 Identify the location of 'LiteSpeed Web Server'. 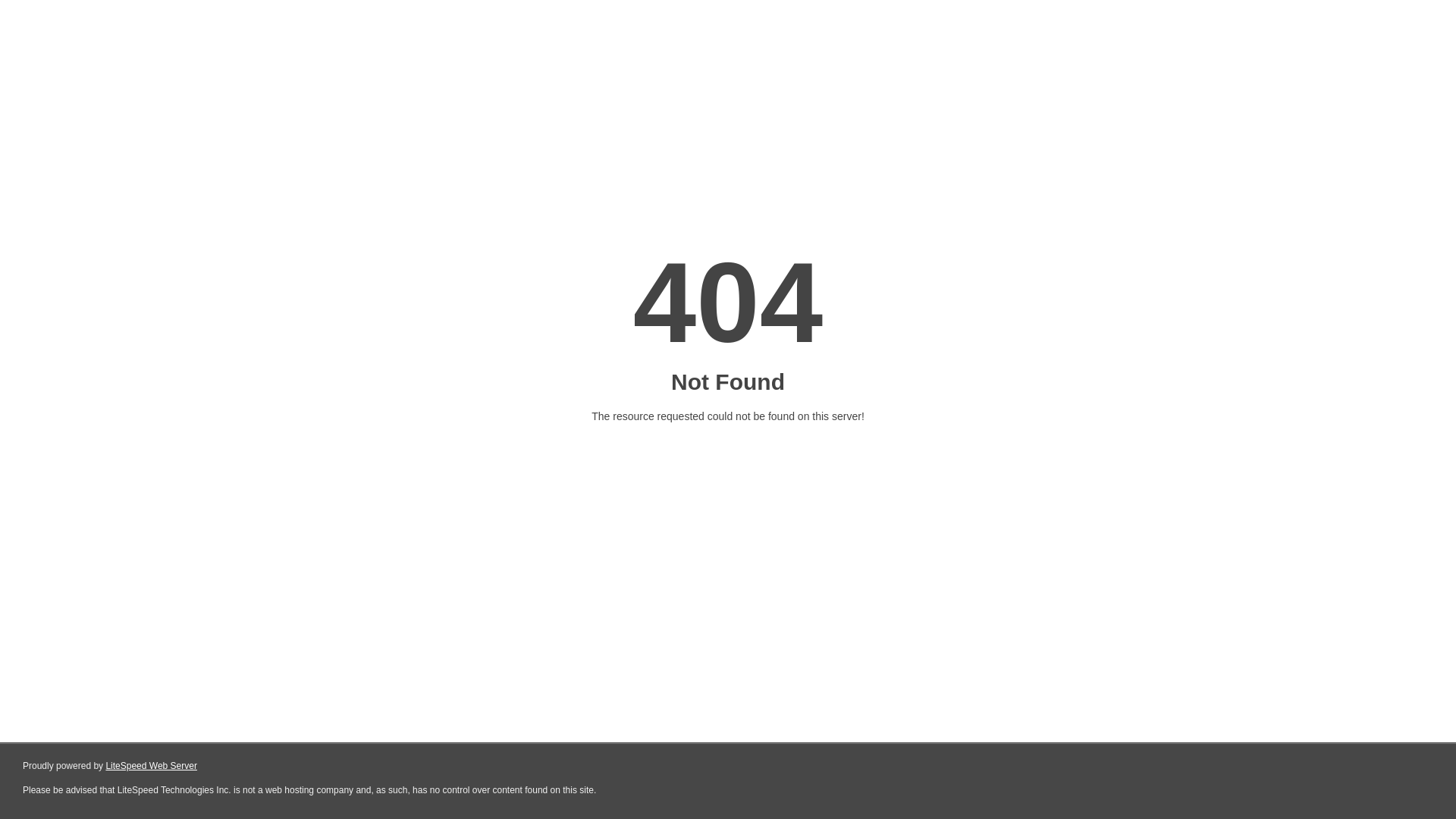
(151, 766).